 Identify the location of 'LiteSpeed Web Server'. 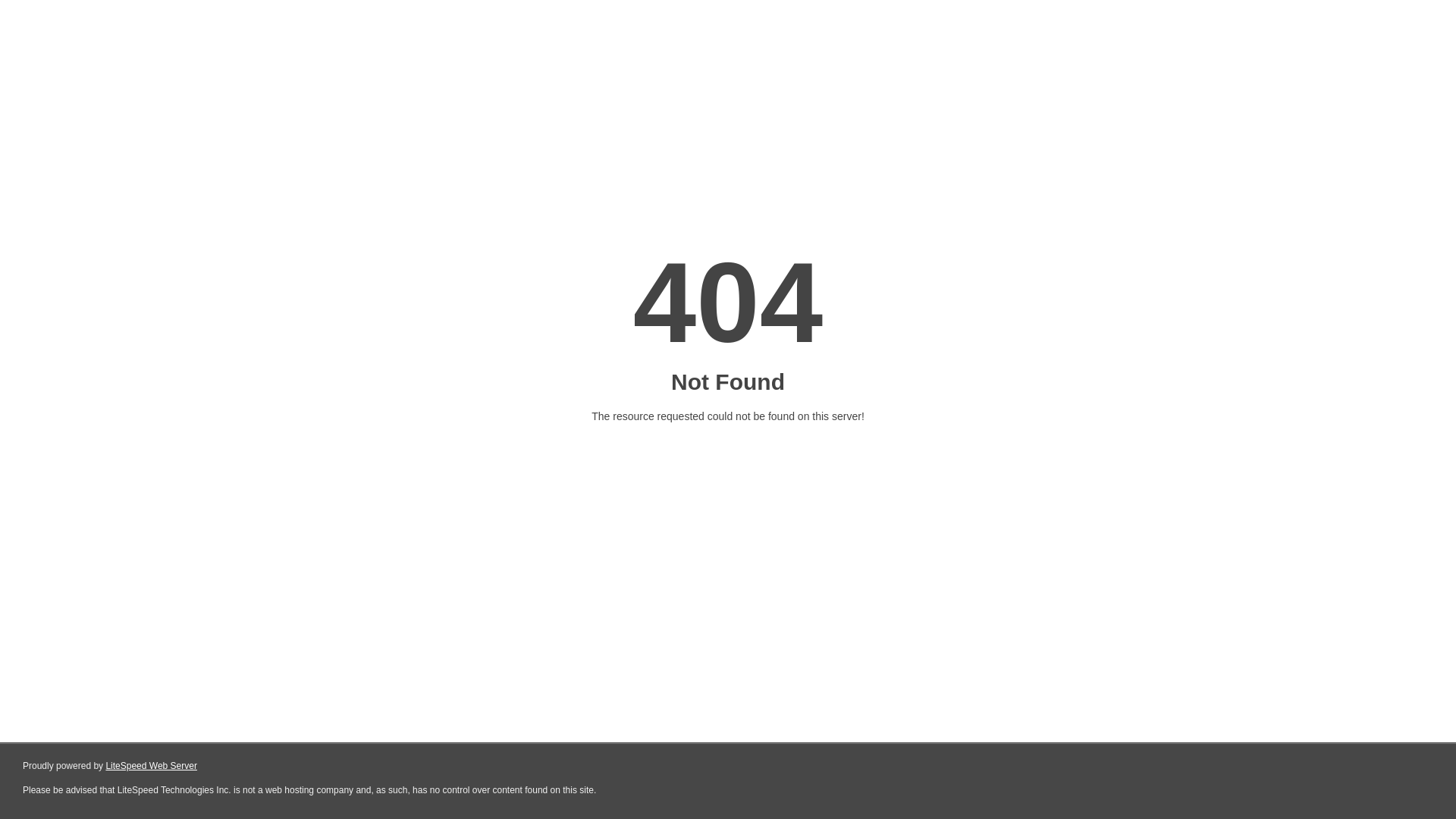
(151, 766).